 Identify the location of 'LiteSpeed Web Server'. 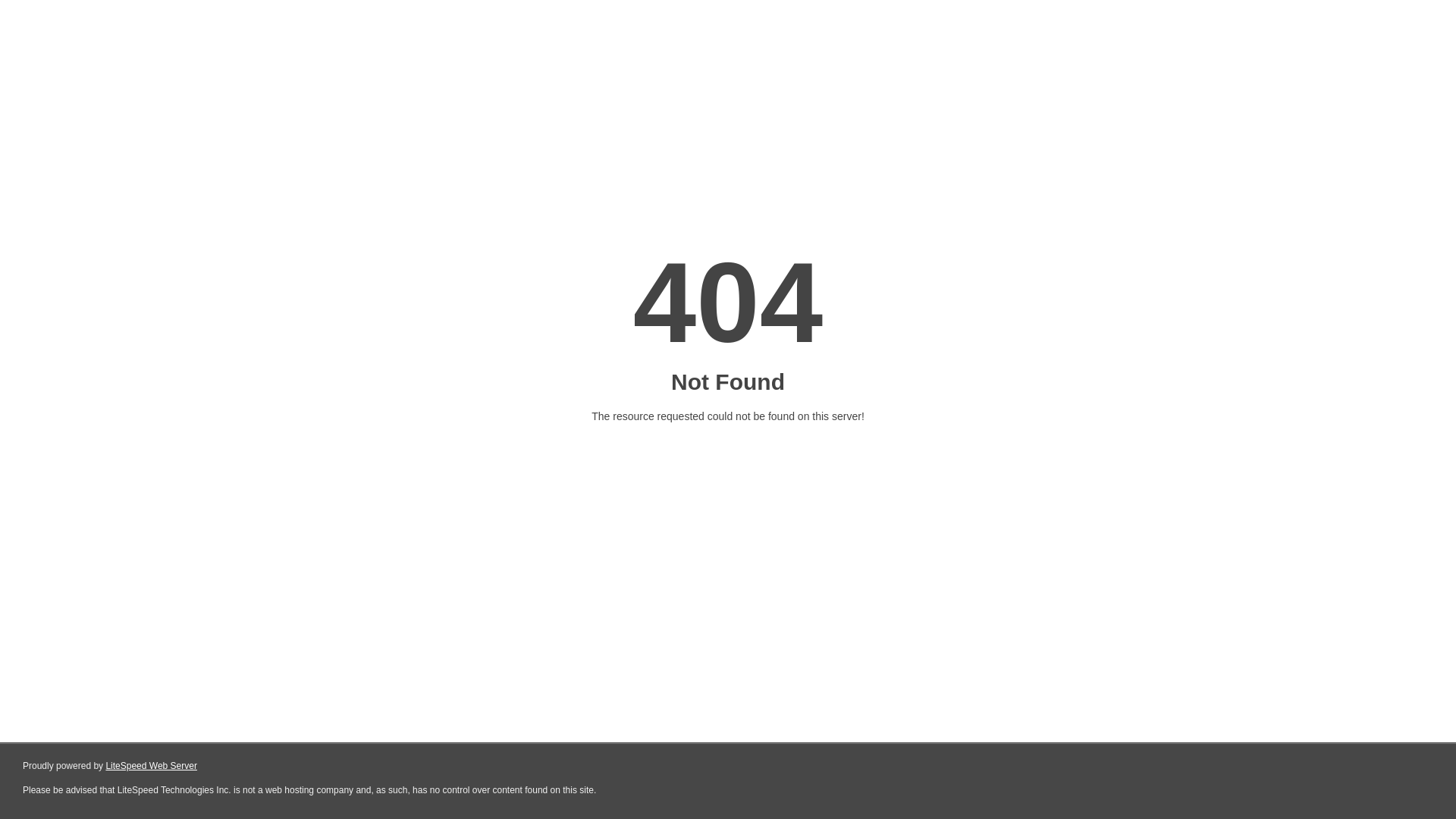
(151, 766).